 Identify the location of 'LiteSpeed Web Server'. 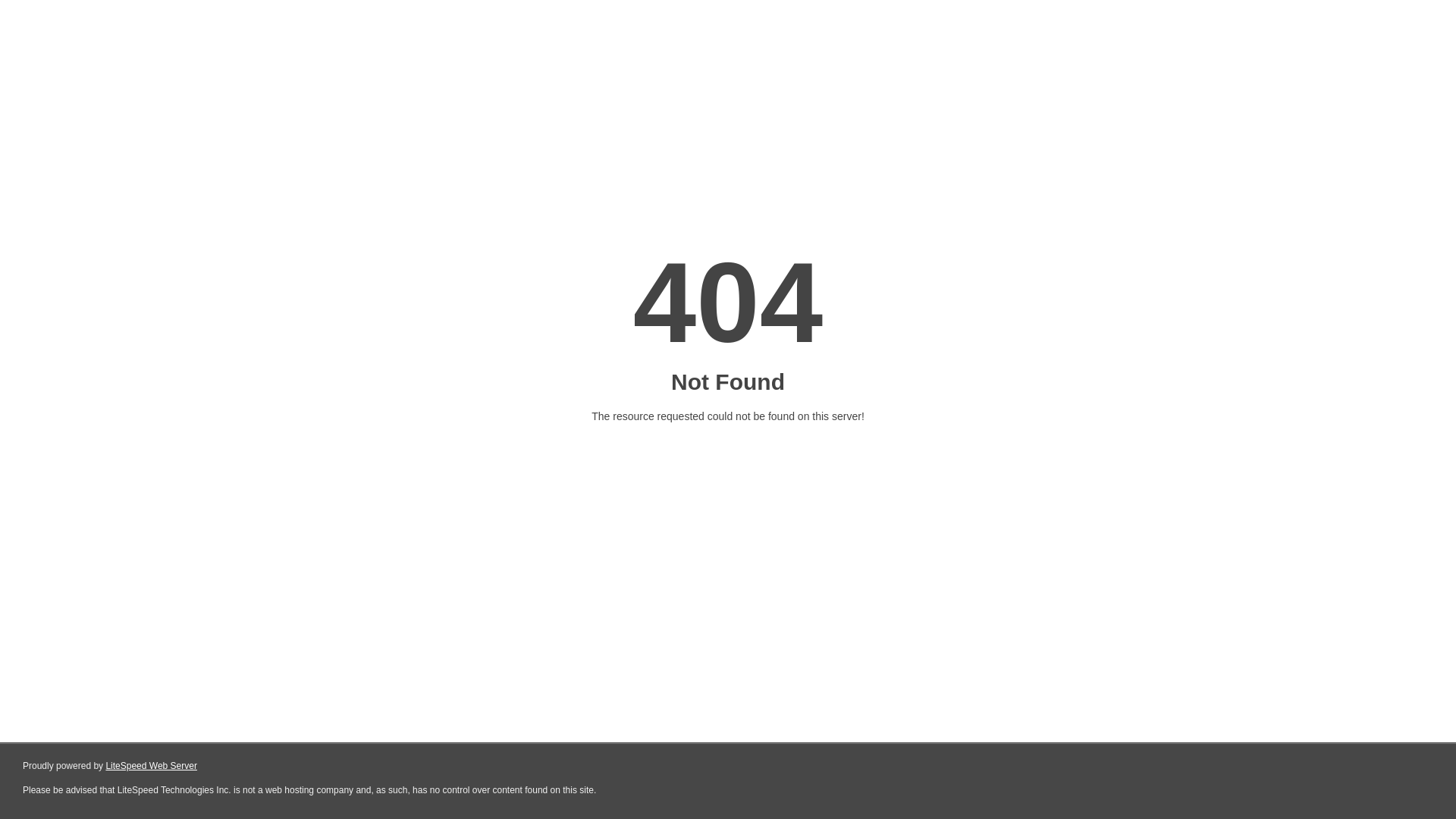
(151, 766).